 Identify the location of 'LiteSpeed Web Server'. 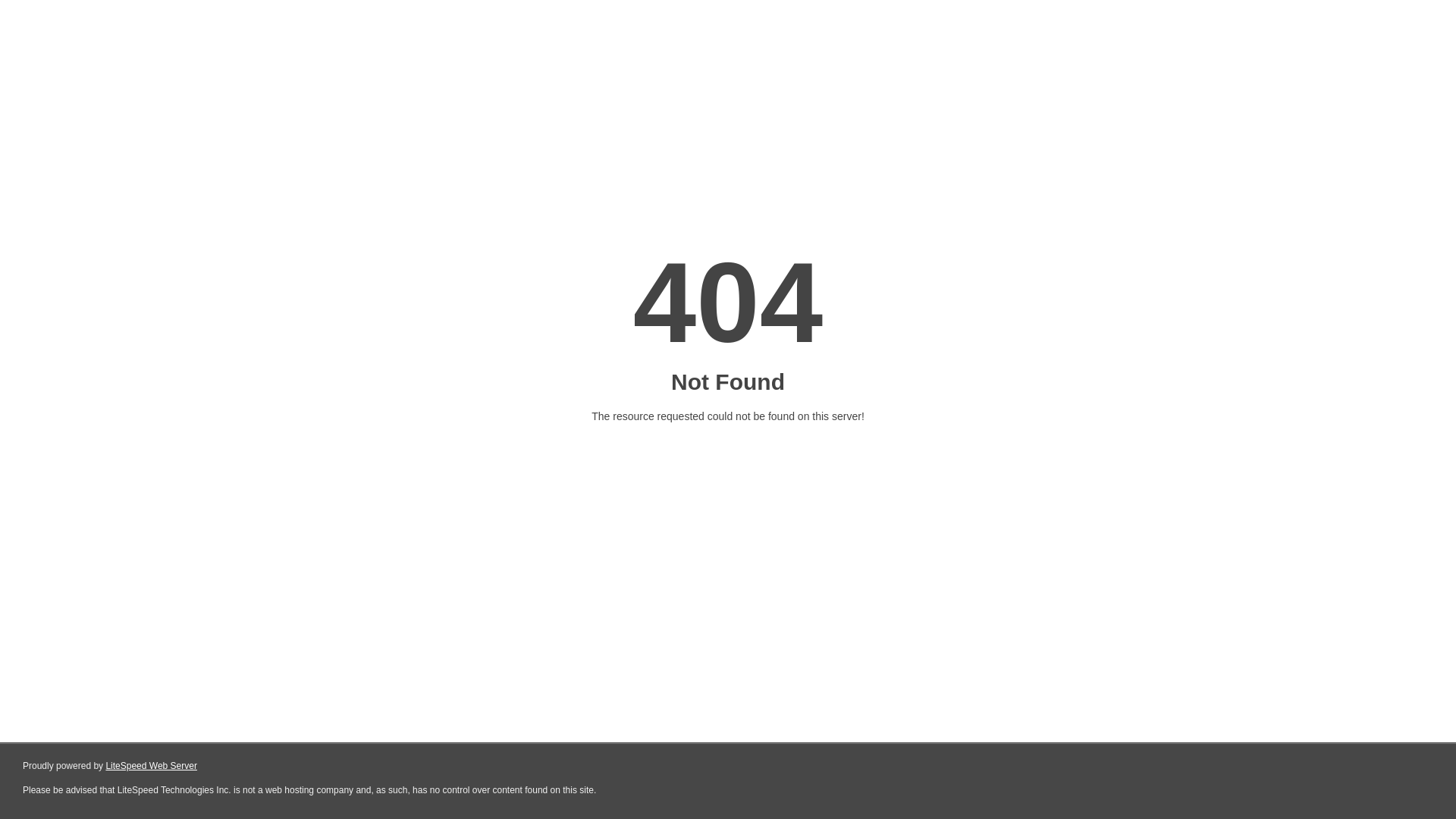
(151, 766).